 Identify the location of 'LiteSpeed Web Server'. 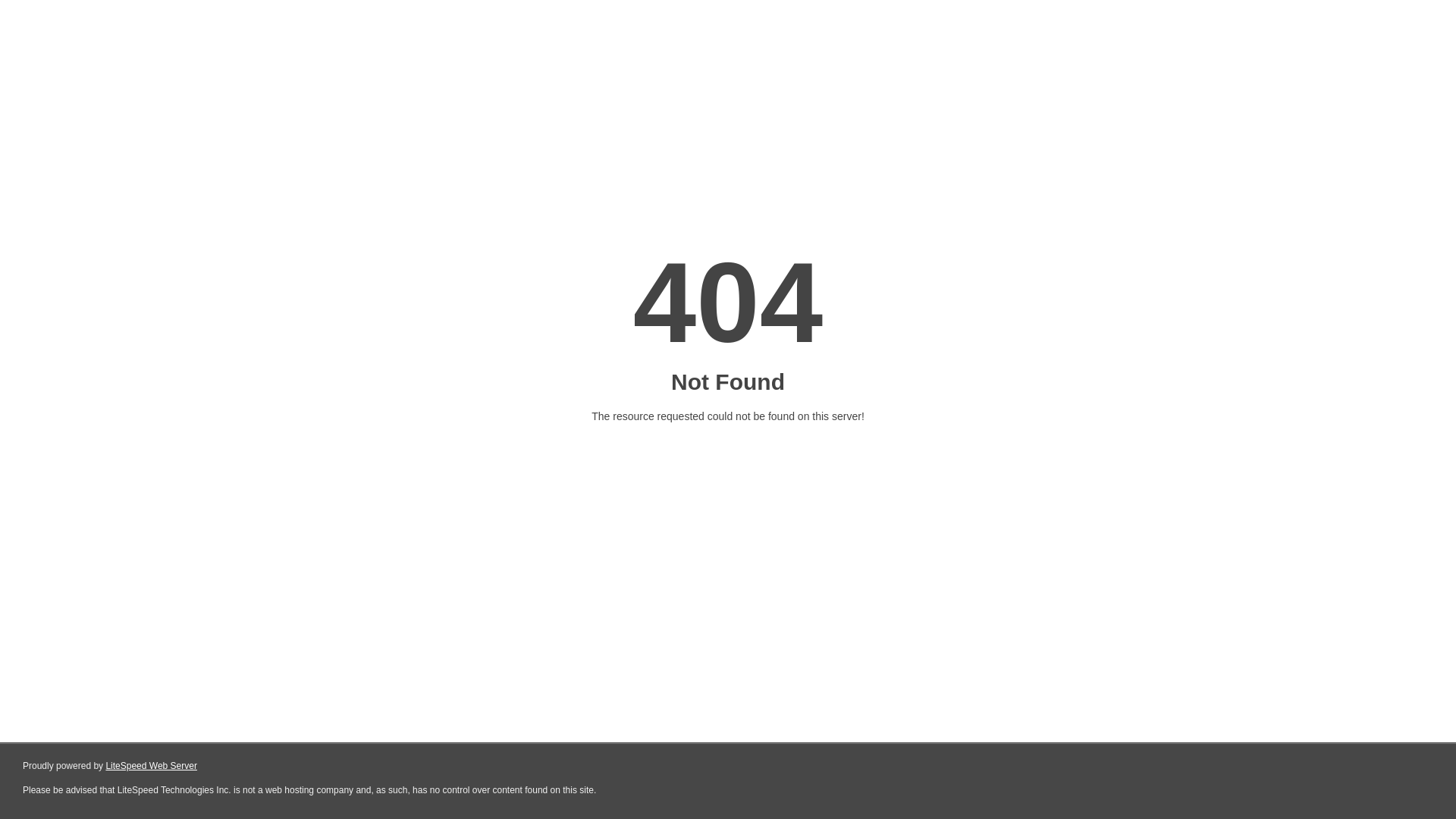
(151, 766).